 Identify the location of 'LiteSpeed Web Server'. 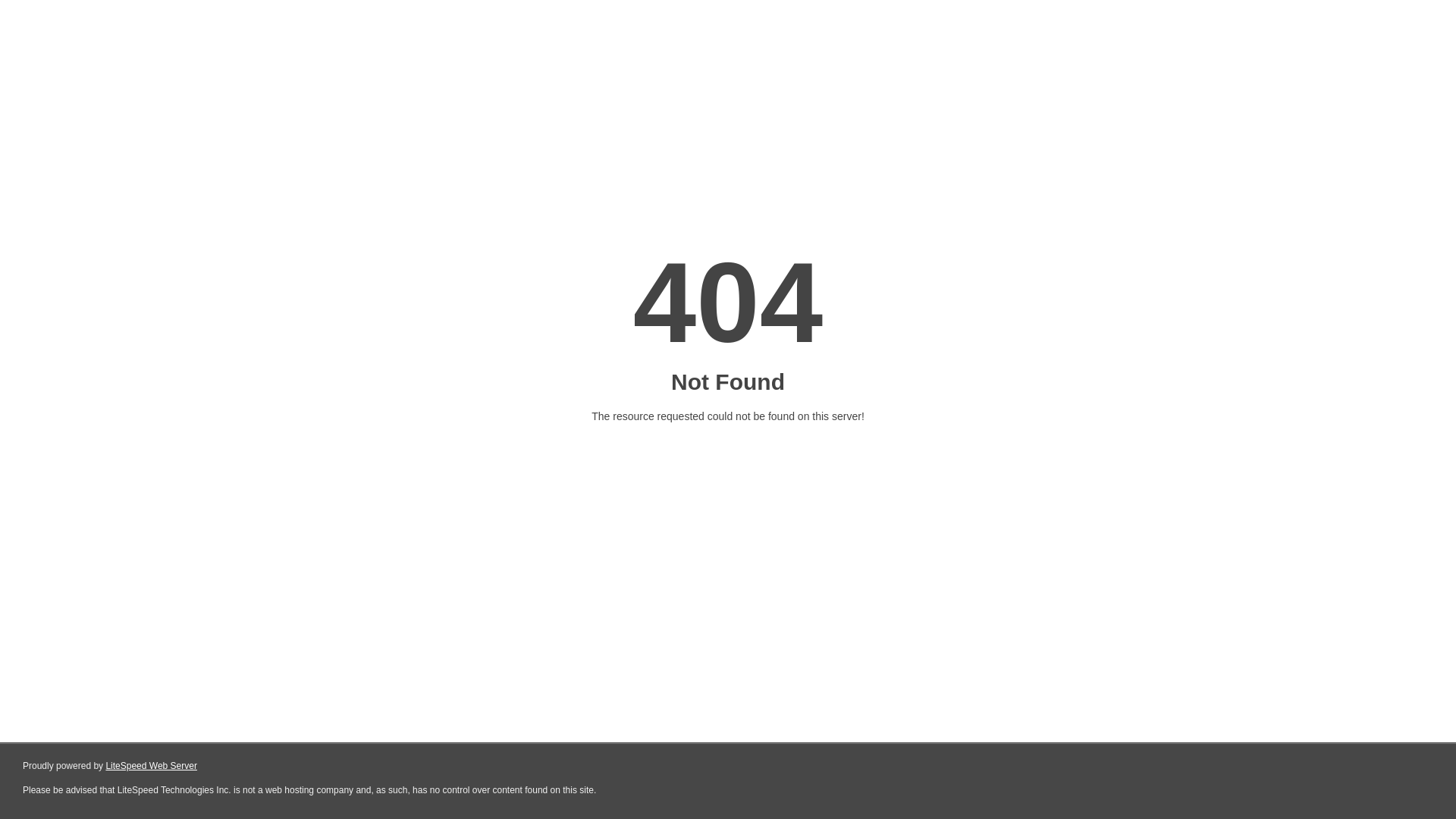
(151, 766).